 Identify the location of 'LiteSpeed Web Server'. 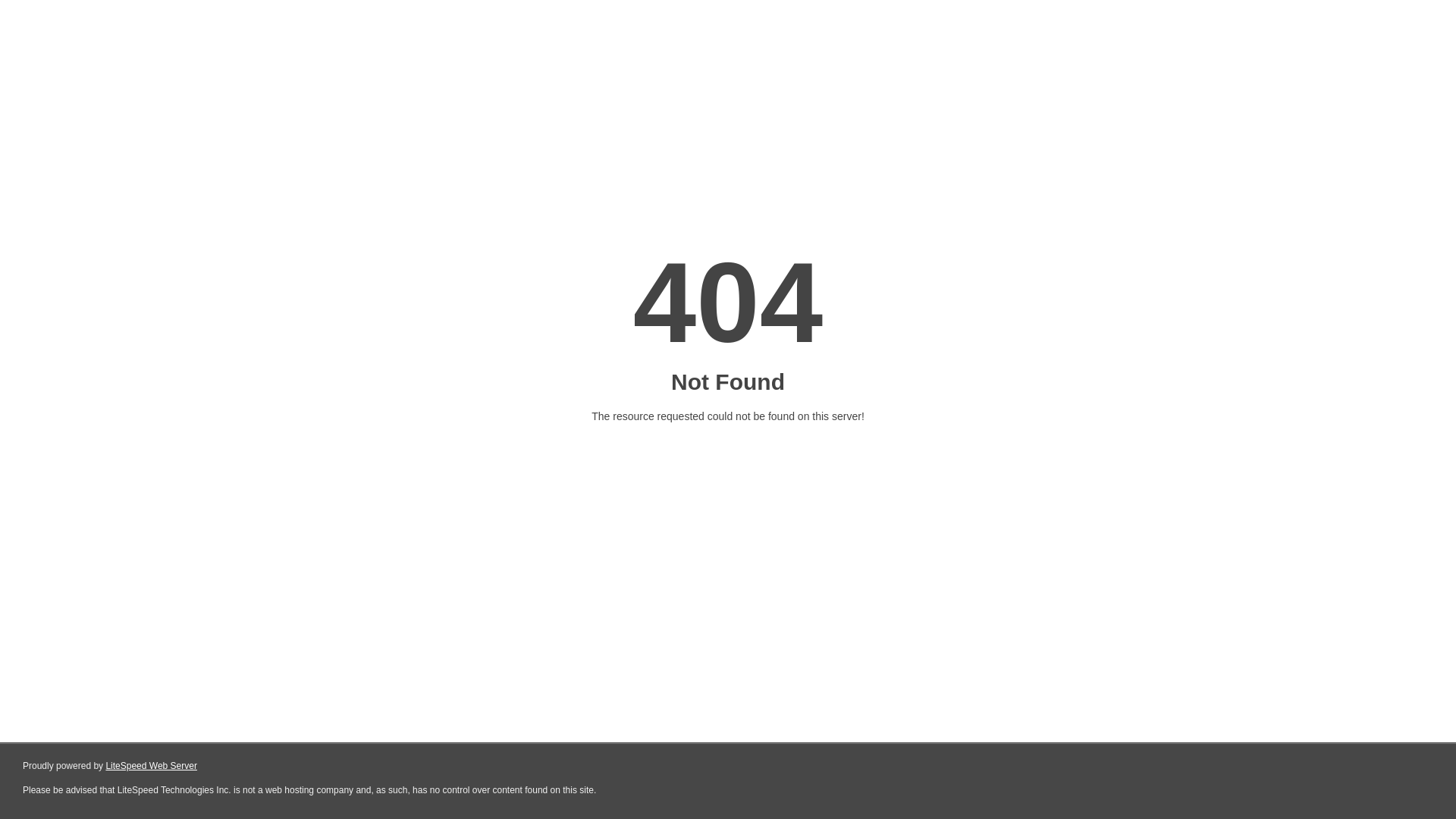
(151, 766).